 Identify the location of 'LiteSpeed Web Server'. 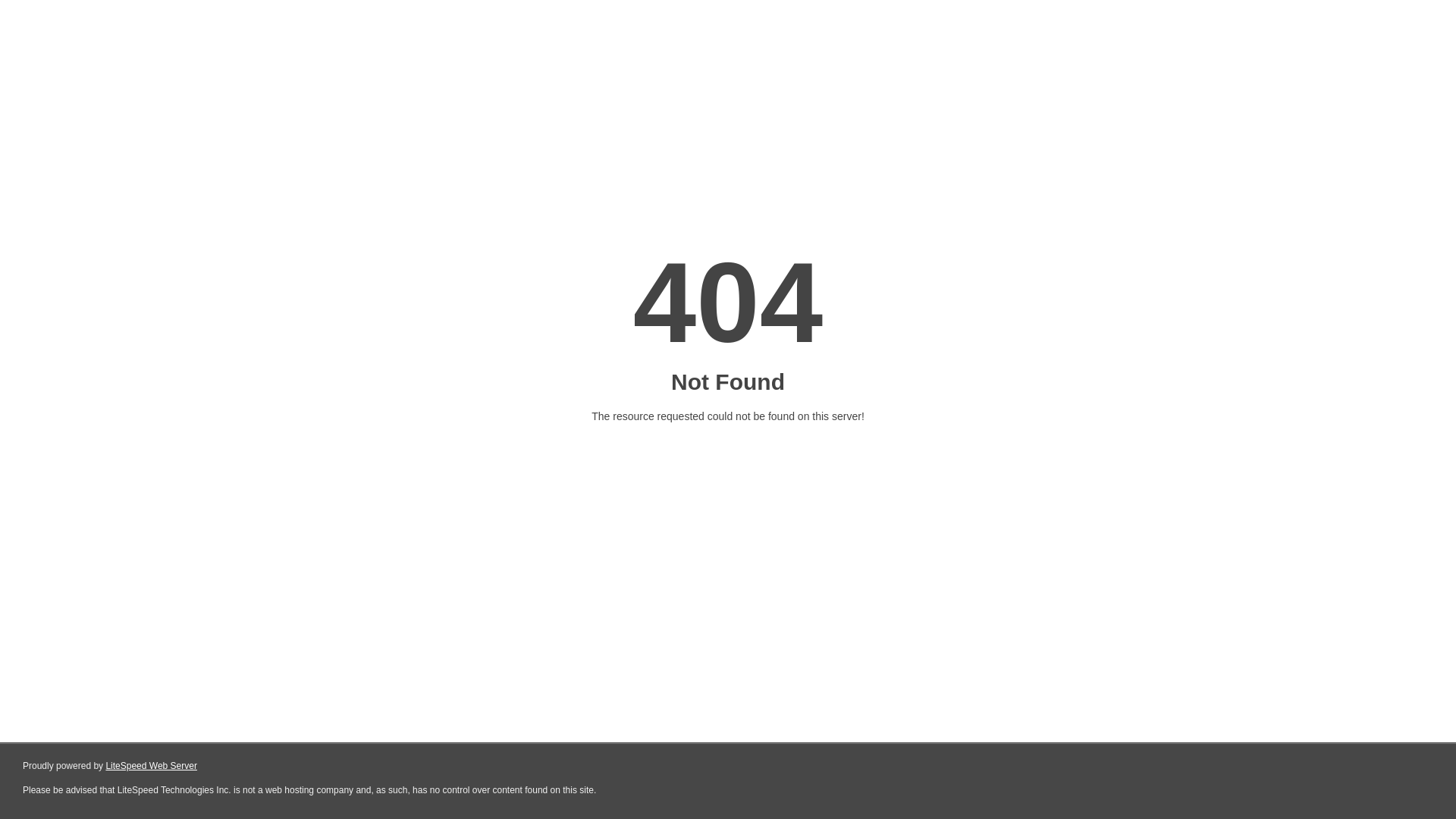
(151, 766).